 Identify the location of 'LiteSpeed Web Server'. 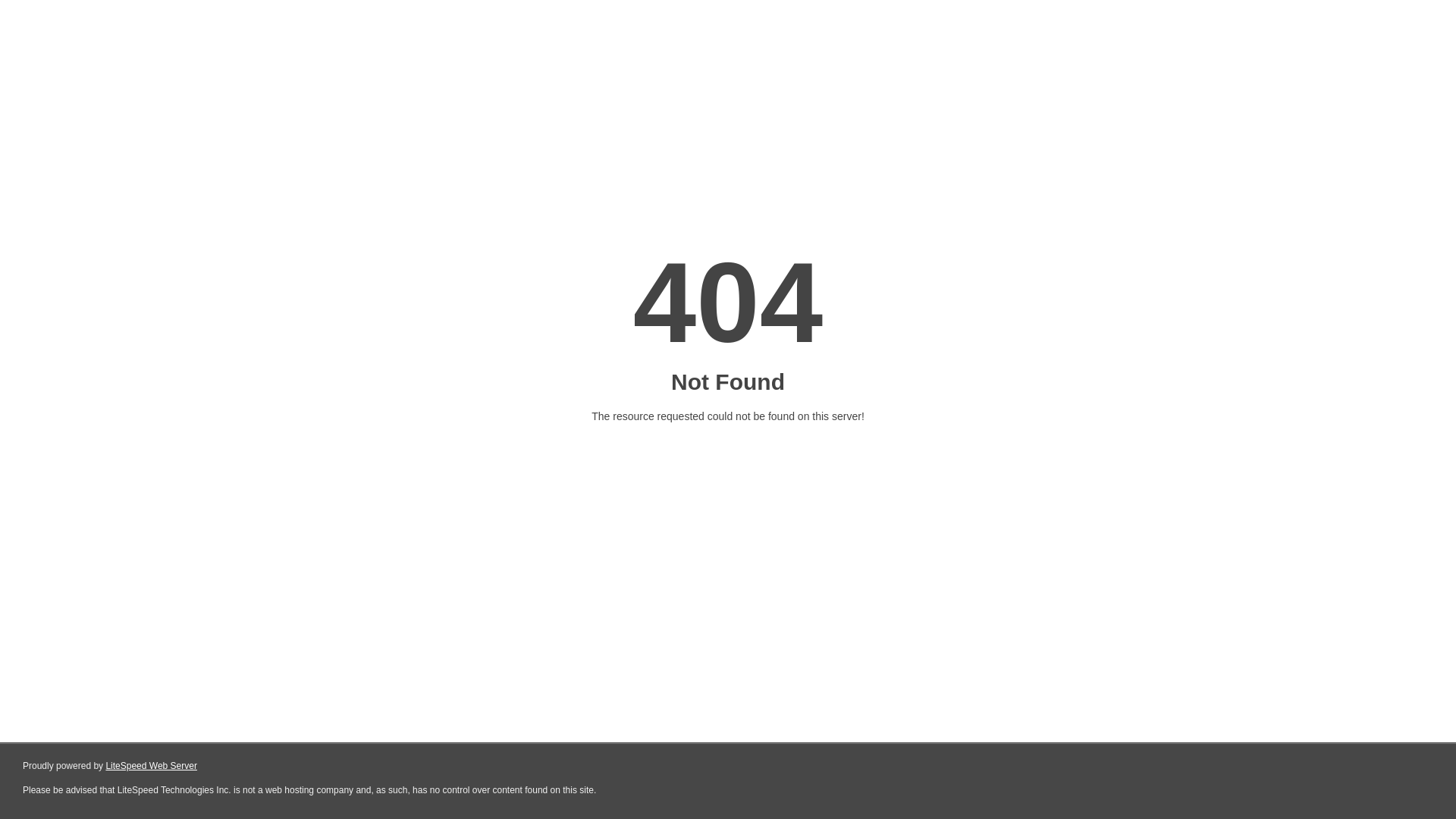
(151, 766).